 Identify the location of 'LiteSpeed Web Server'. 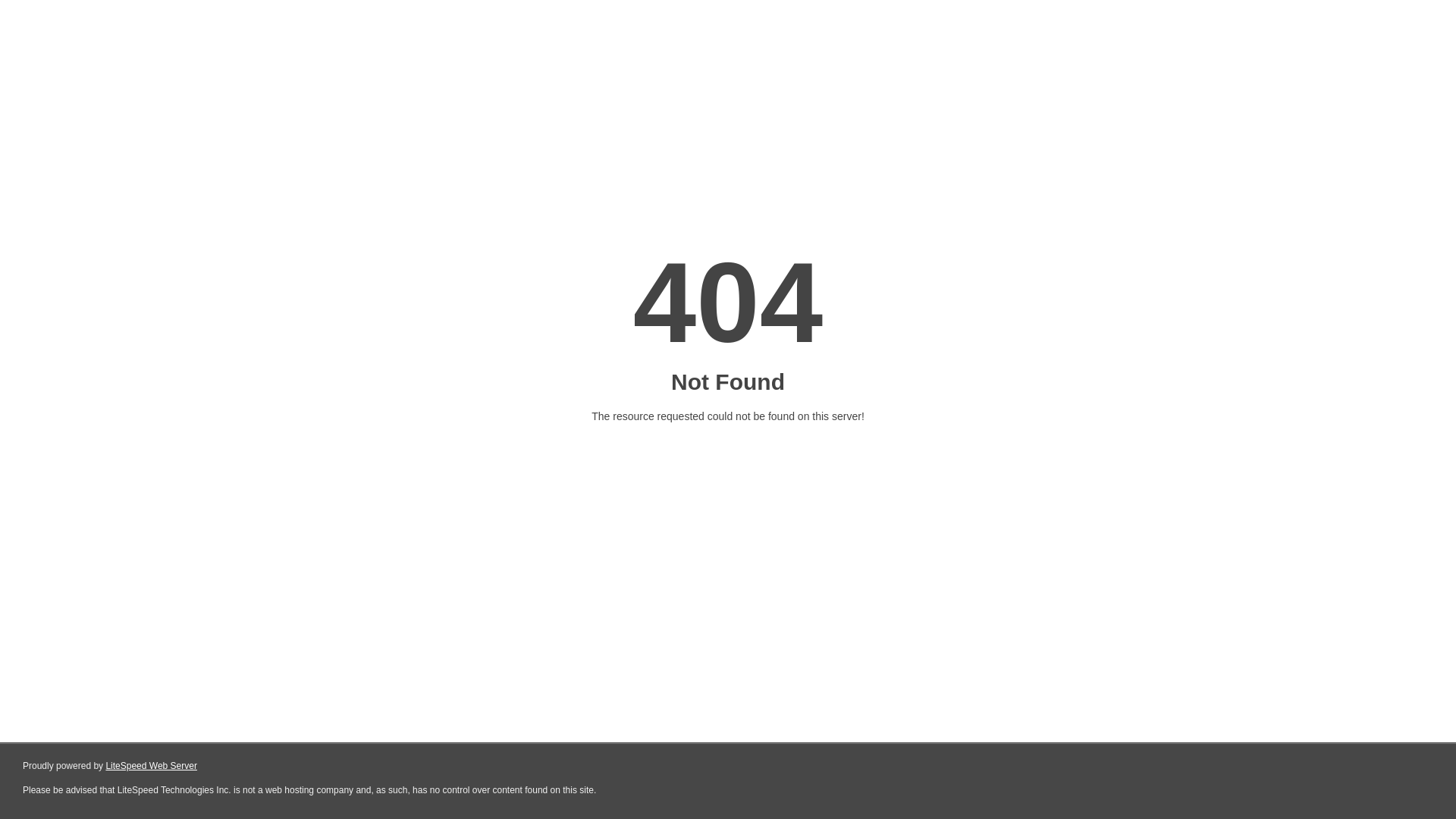
(151, 766).